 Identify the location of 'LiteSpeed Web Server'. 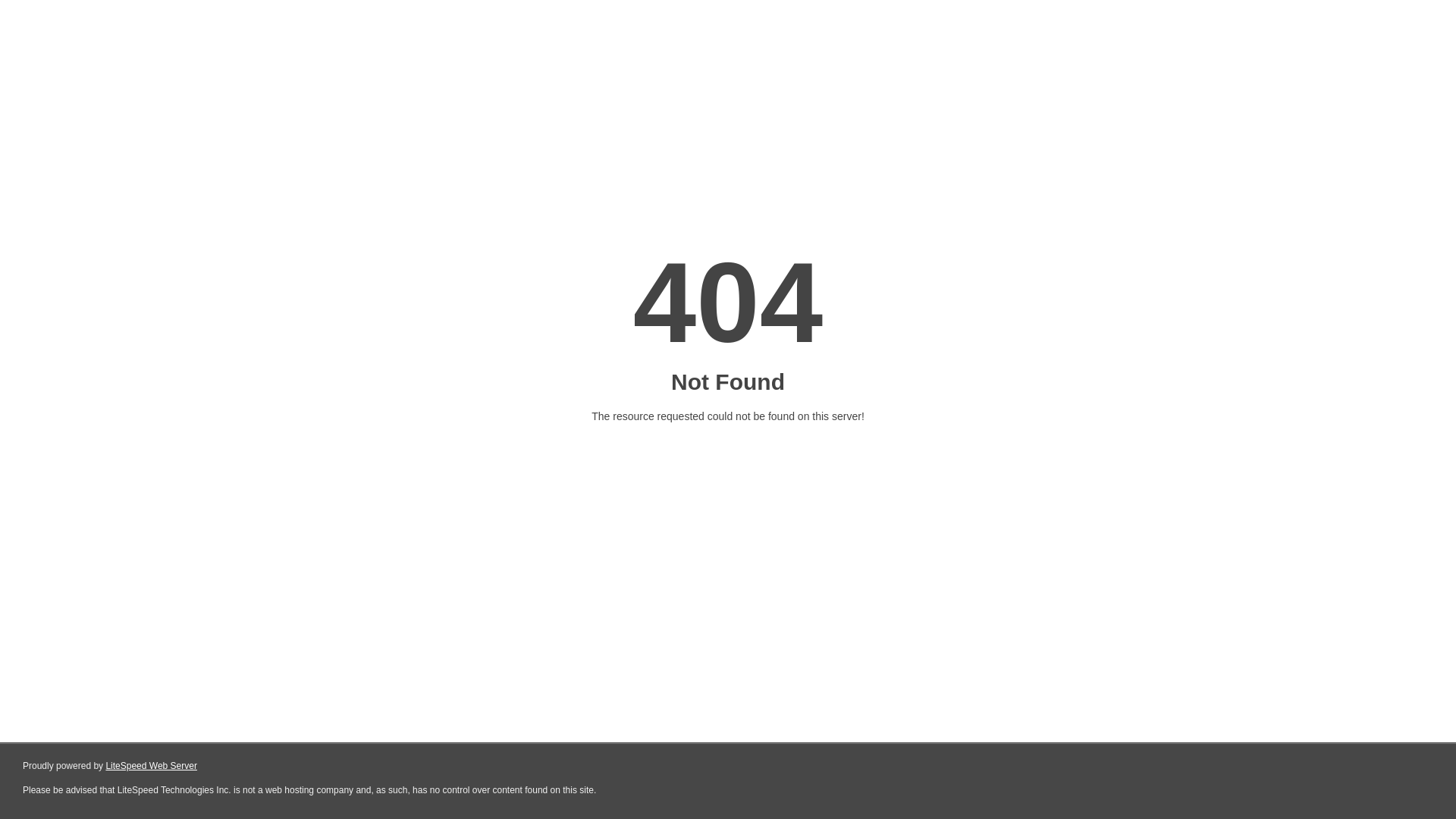
(151, 766).